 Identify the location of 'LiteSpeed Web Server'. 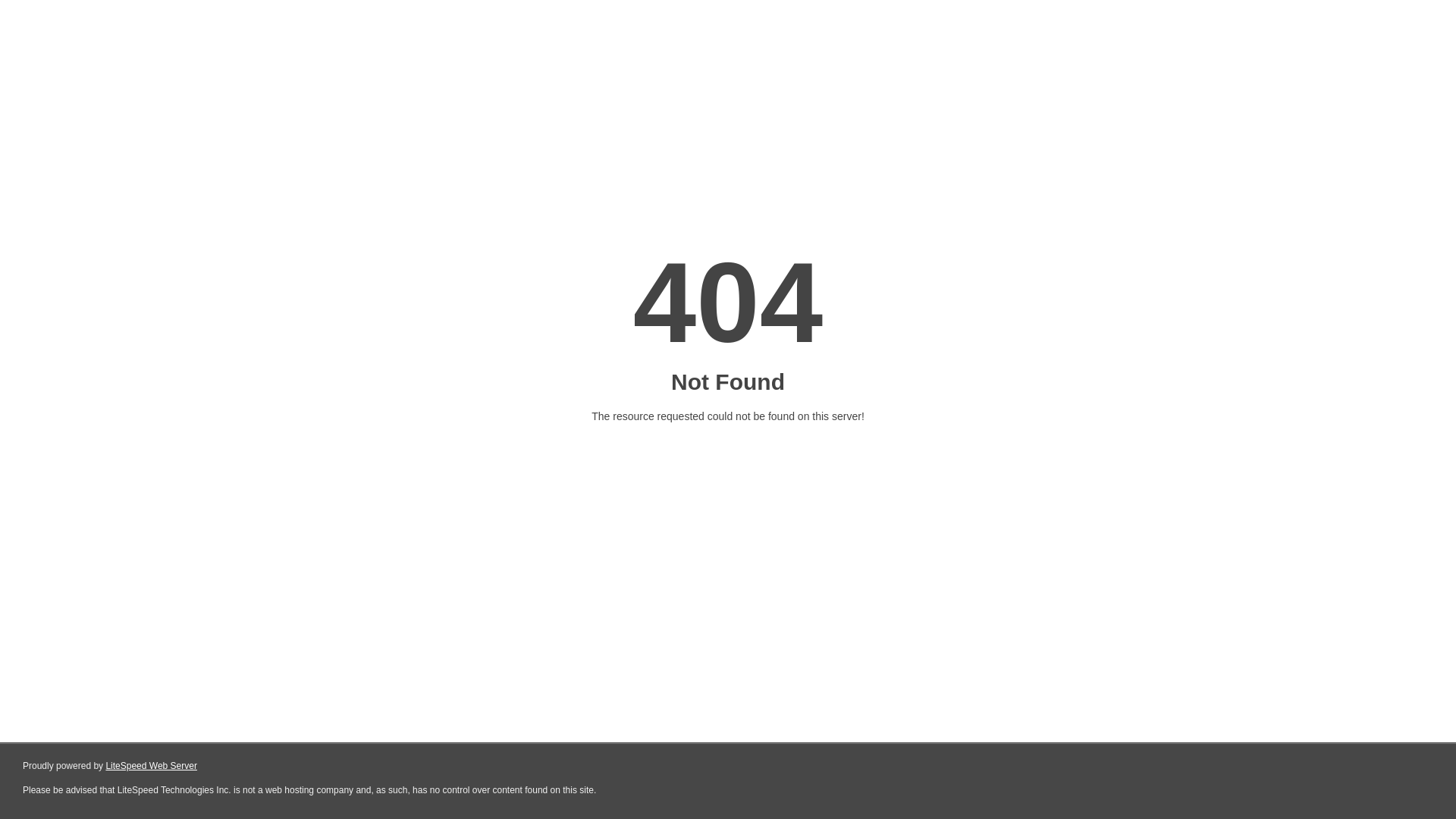
(151, 766).